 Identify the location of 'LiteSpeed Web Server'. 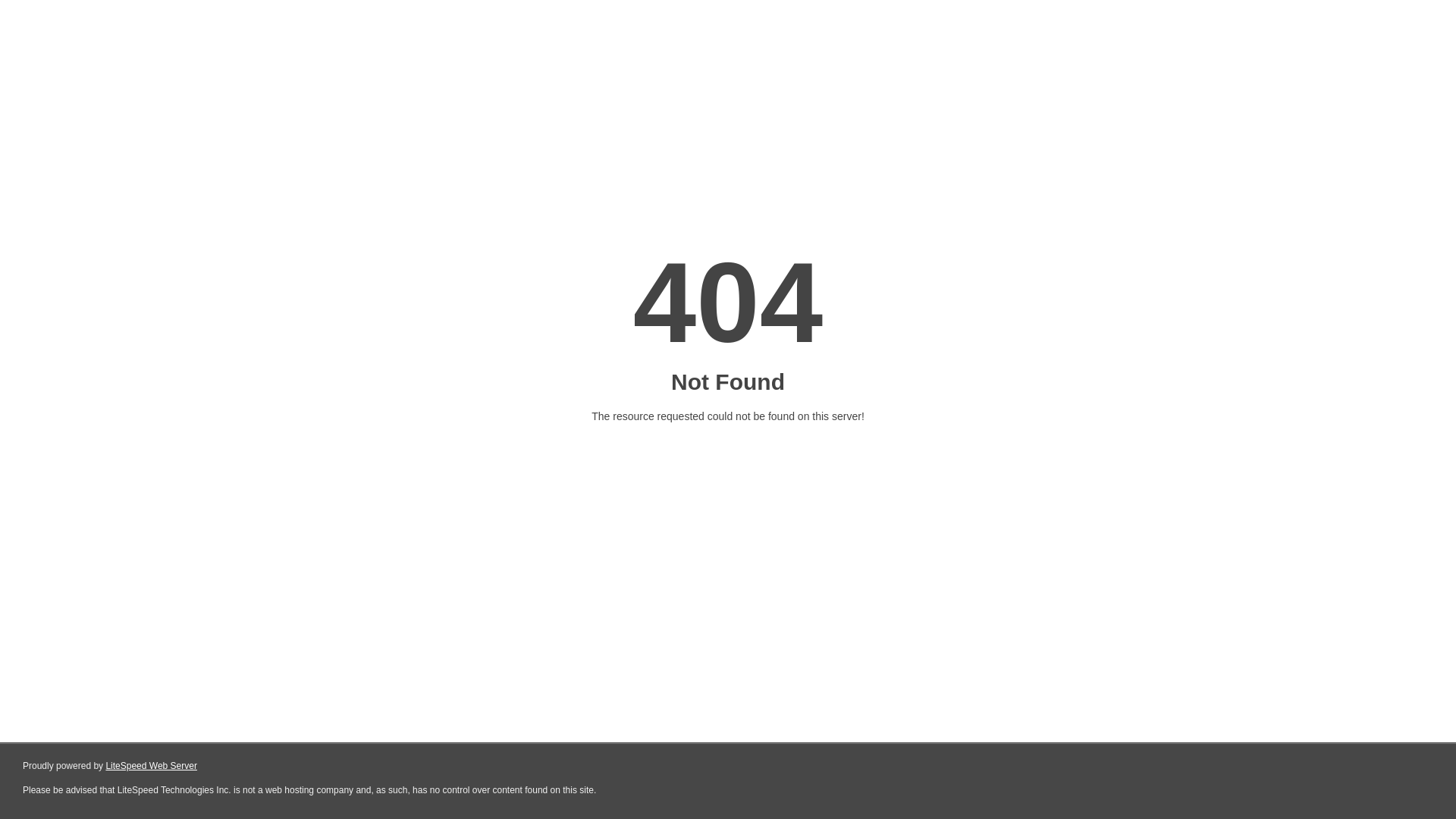
(151, 766).